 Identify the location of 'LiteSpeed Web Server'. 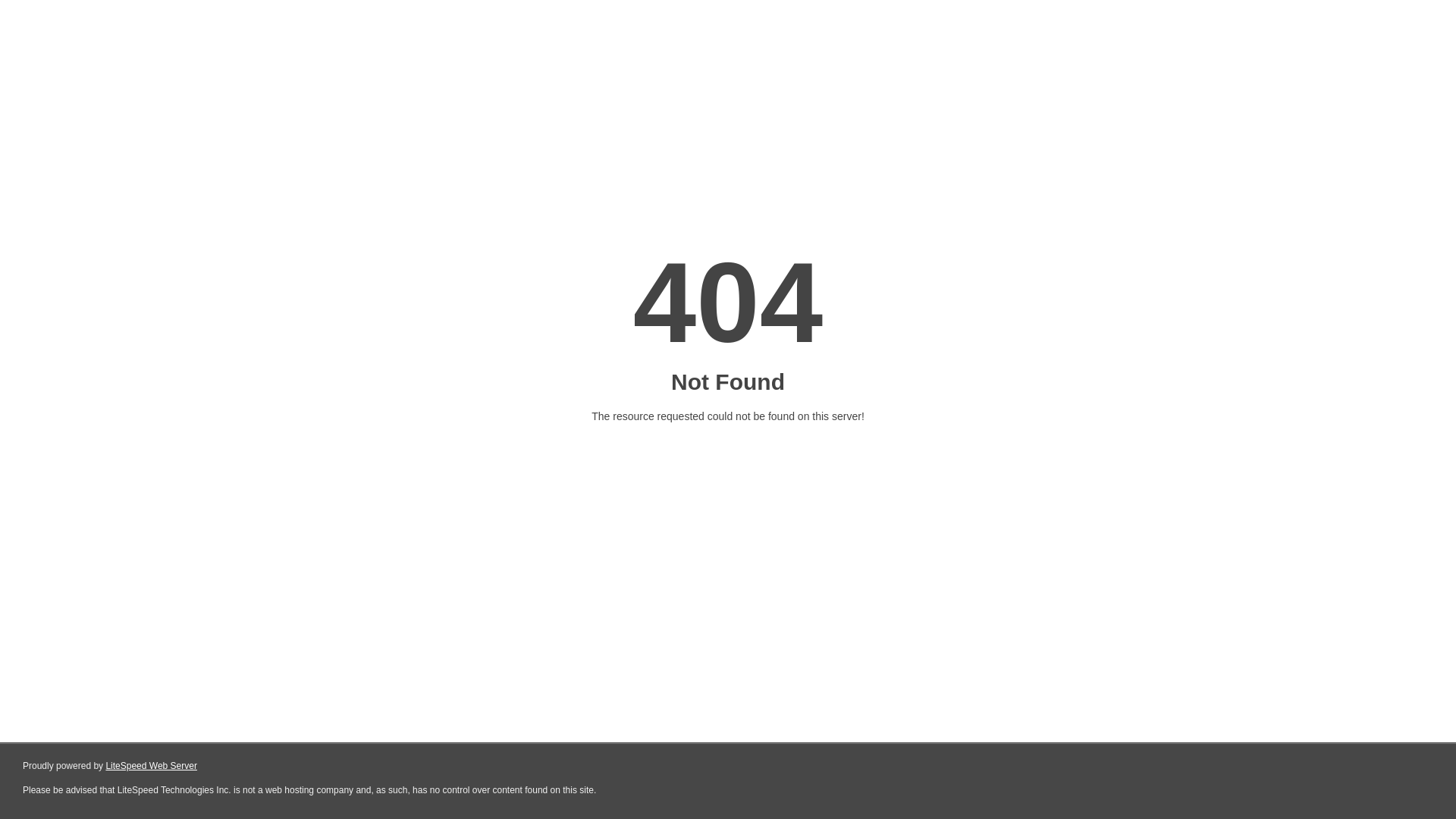
(151, 766).